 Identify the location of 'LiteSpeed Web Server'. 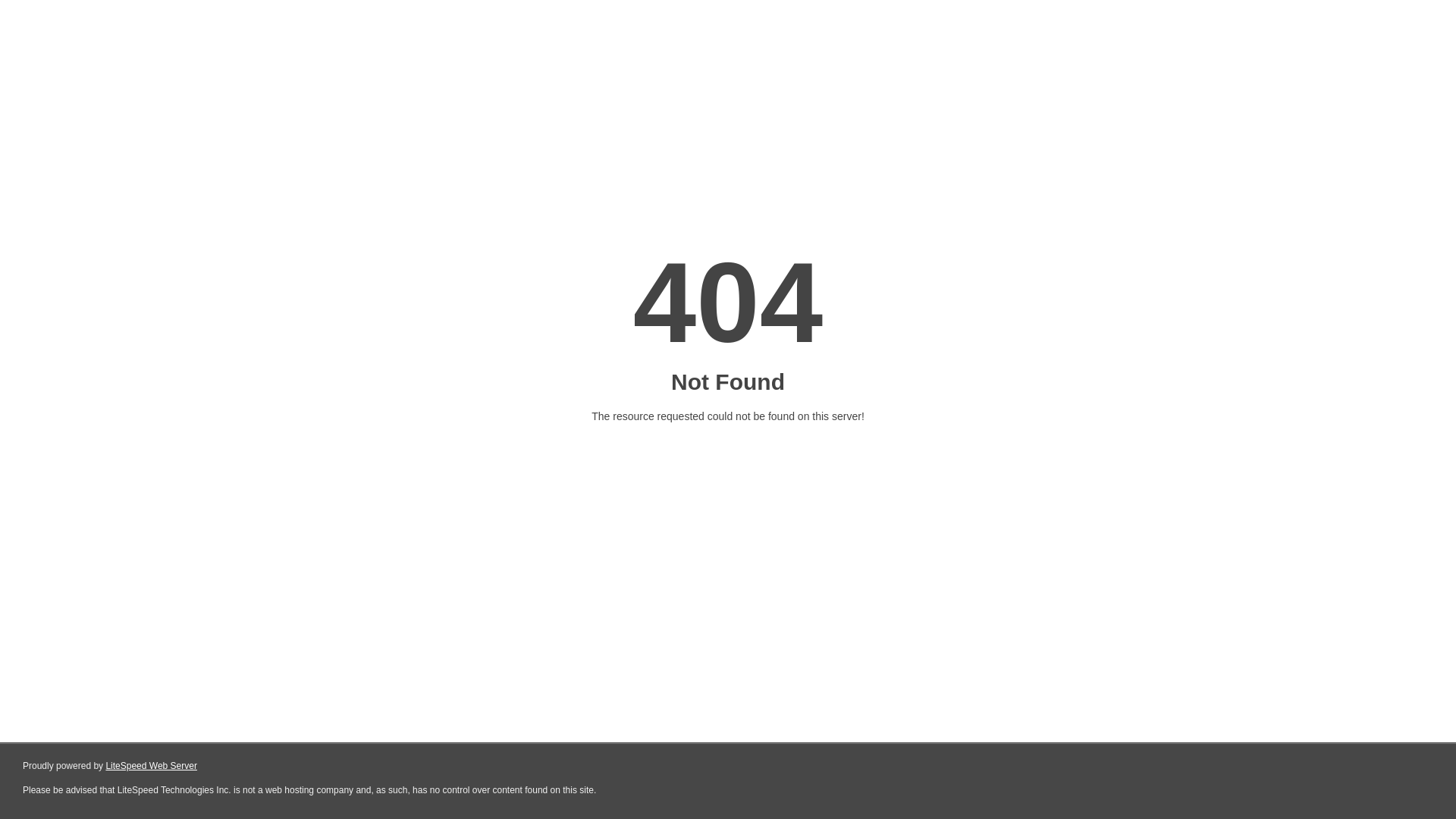
(151, 766).